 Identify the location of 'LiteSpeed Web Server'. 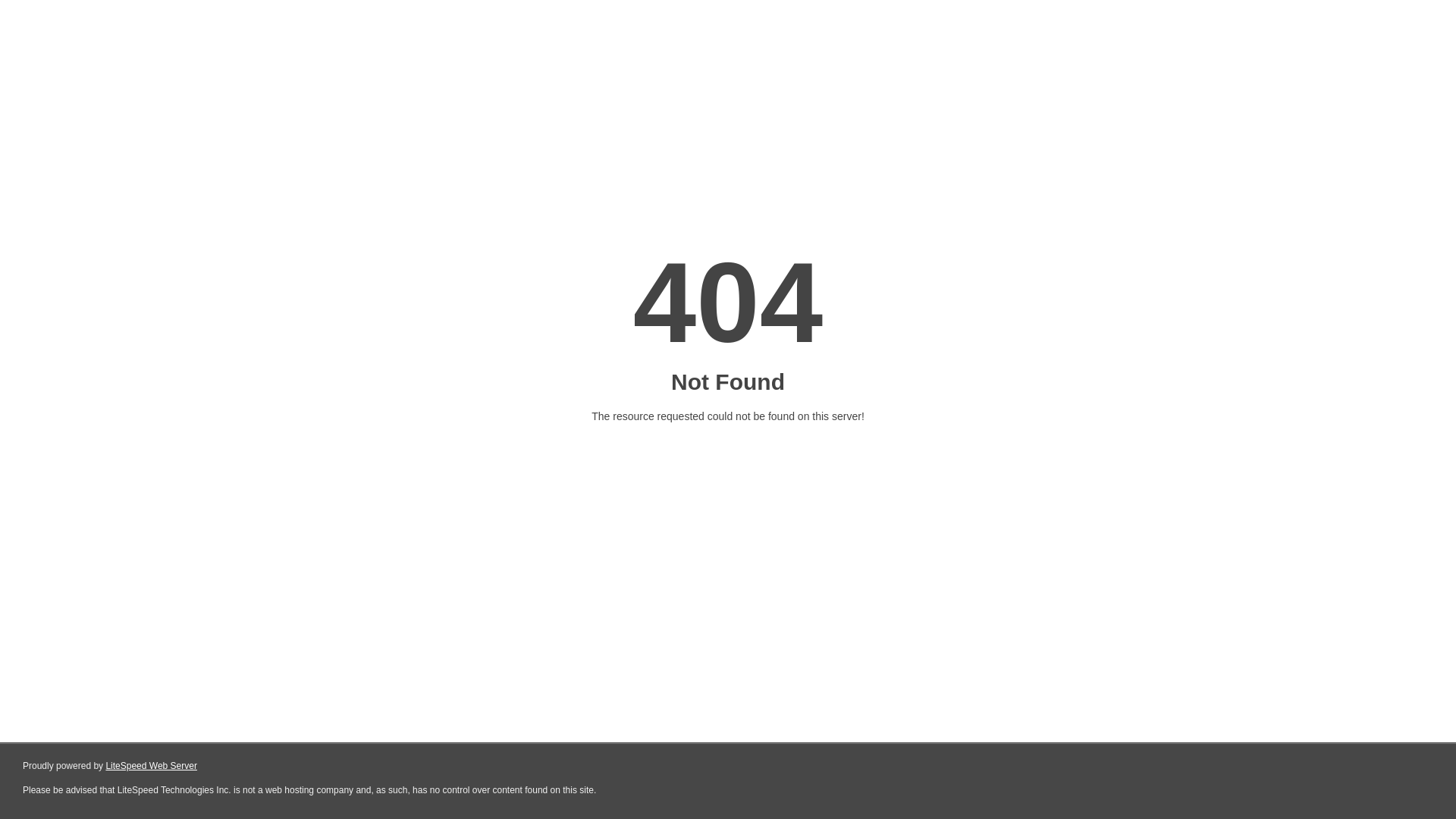
(151, 766).